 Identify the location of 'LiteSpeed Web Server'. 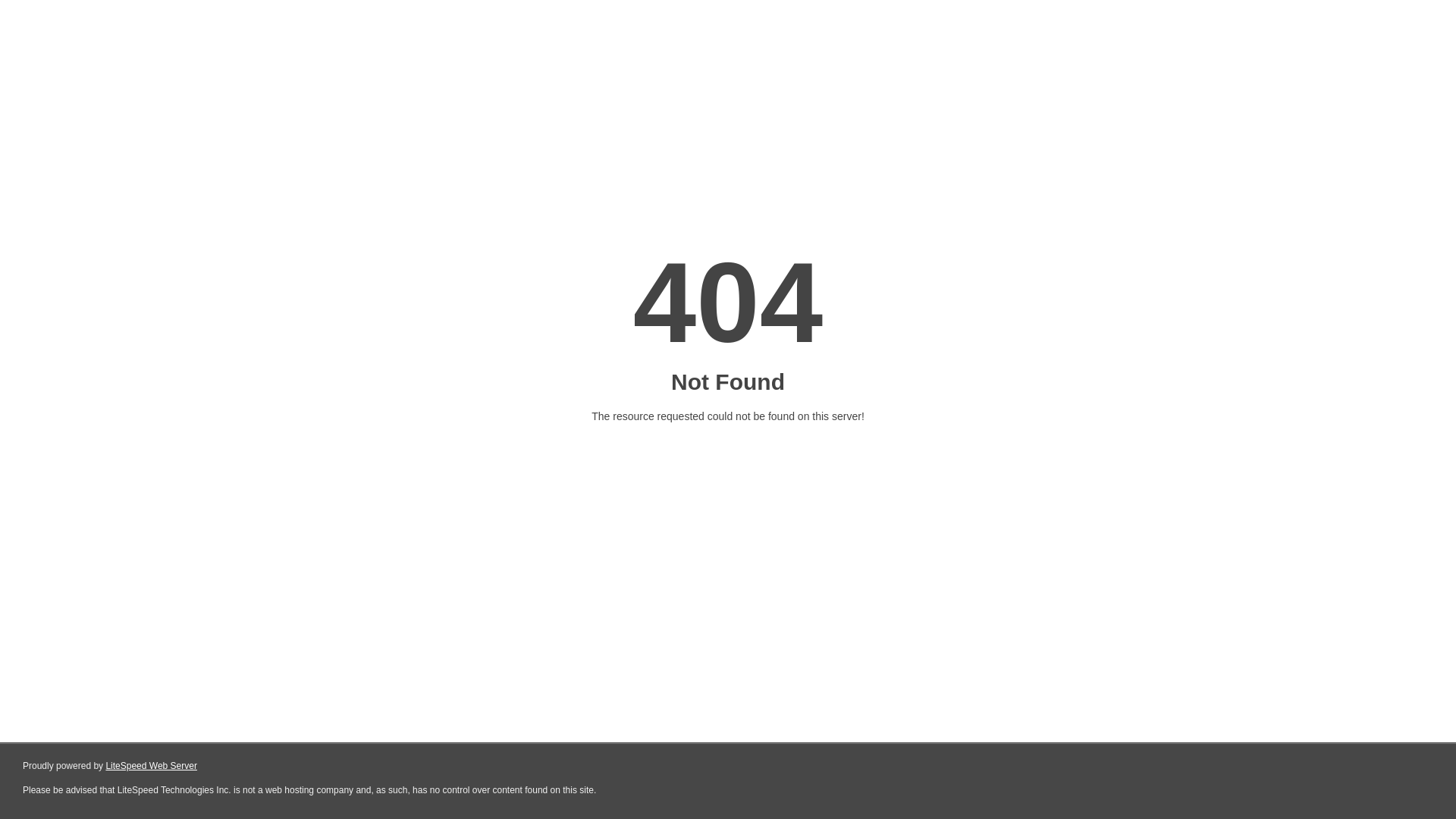
(151, 766).